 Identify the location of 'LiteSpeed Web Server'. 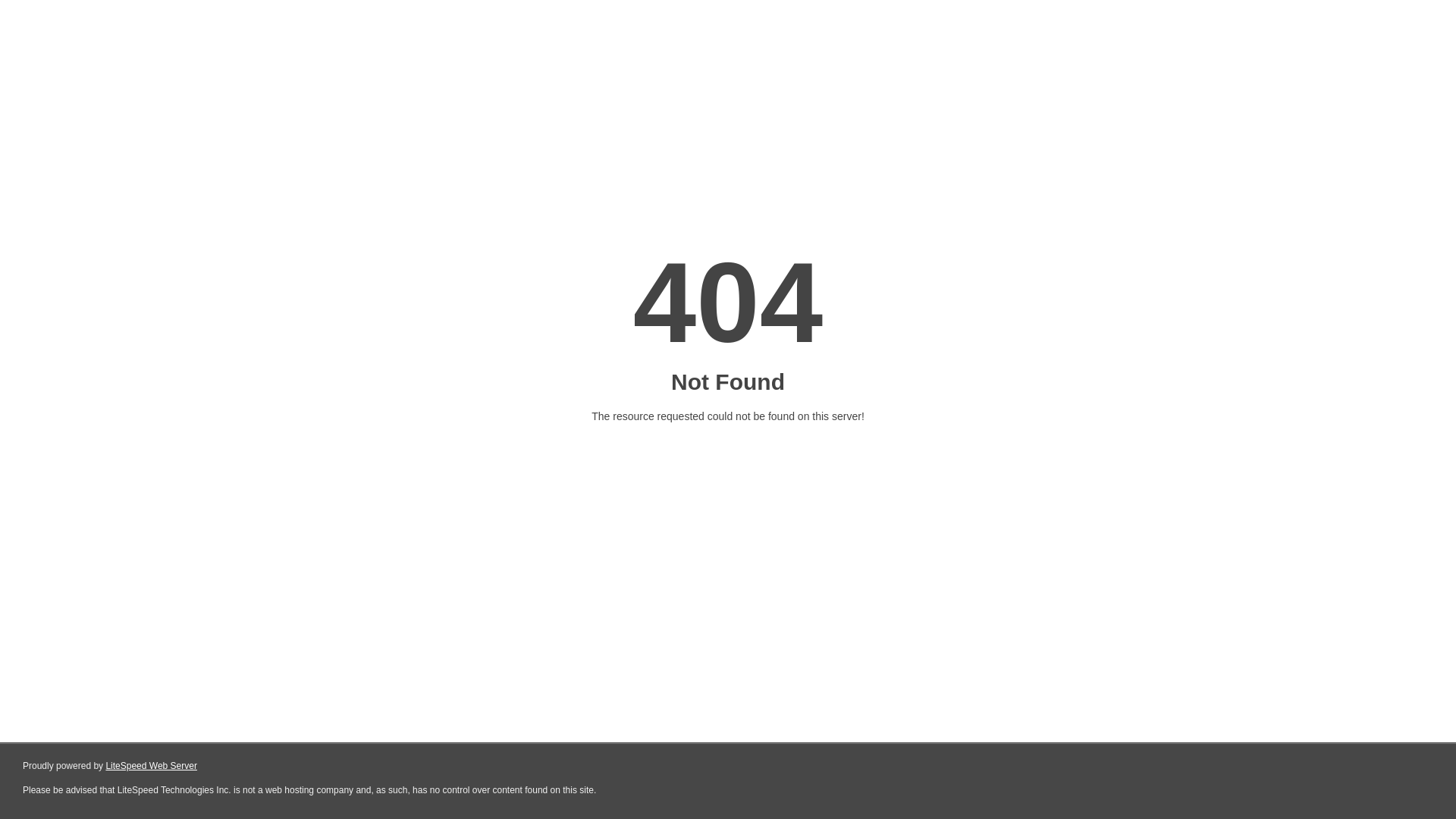
(151, 766).